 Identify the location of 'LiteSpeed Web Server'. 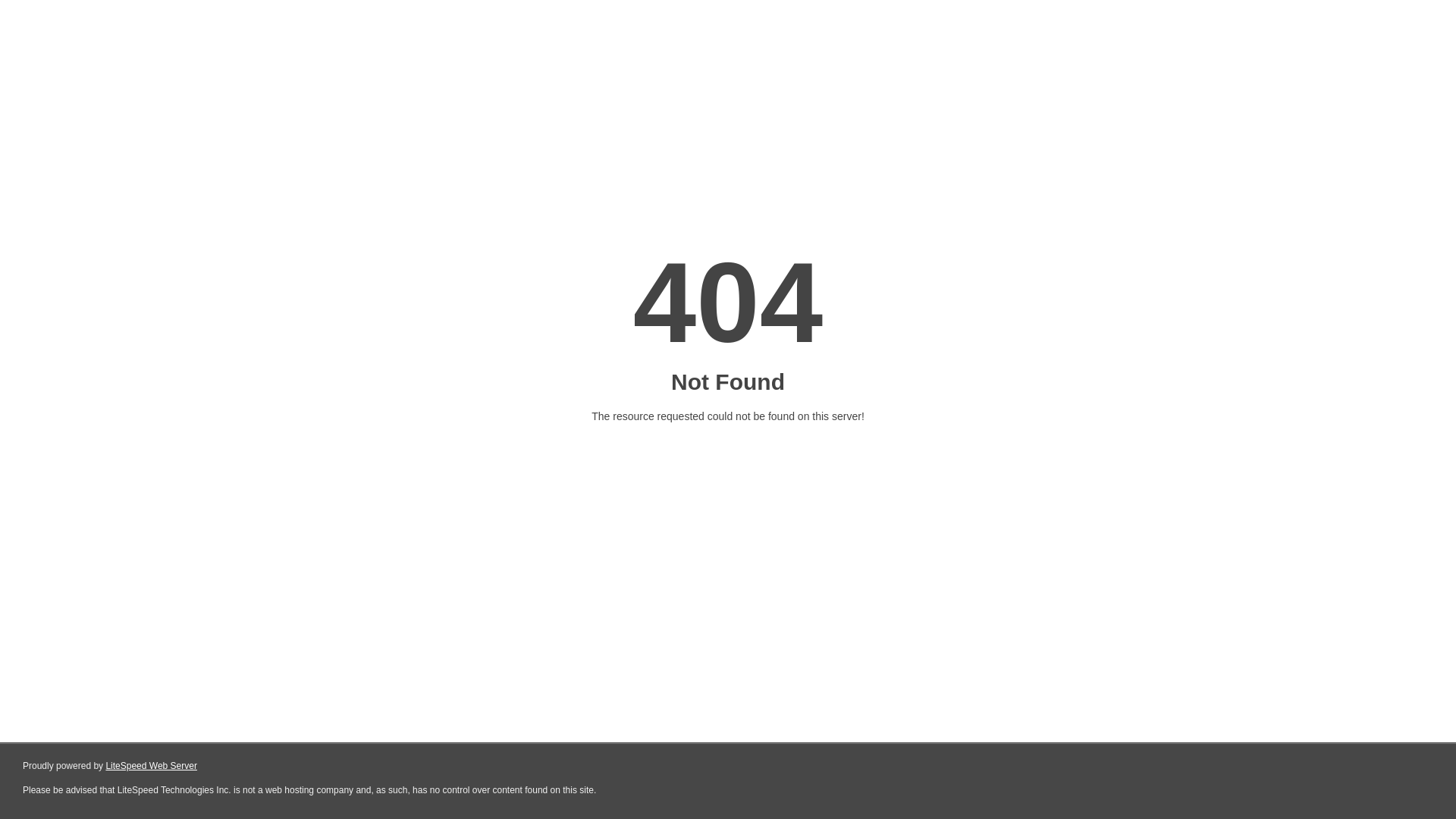
(151, 766).